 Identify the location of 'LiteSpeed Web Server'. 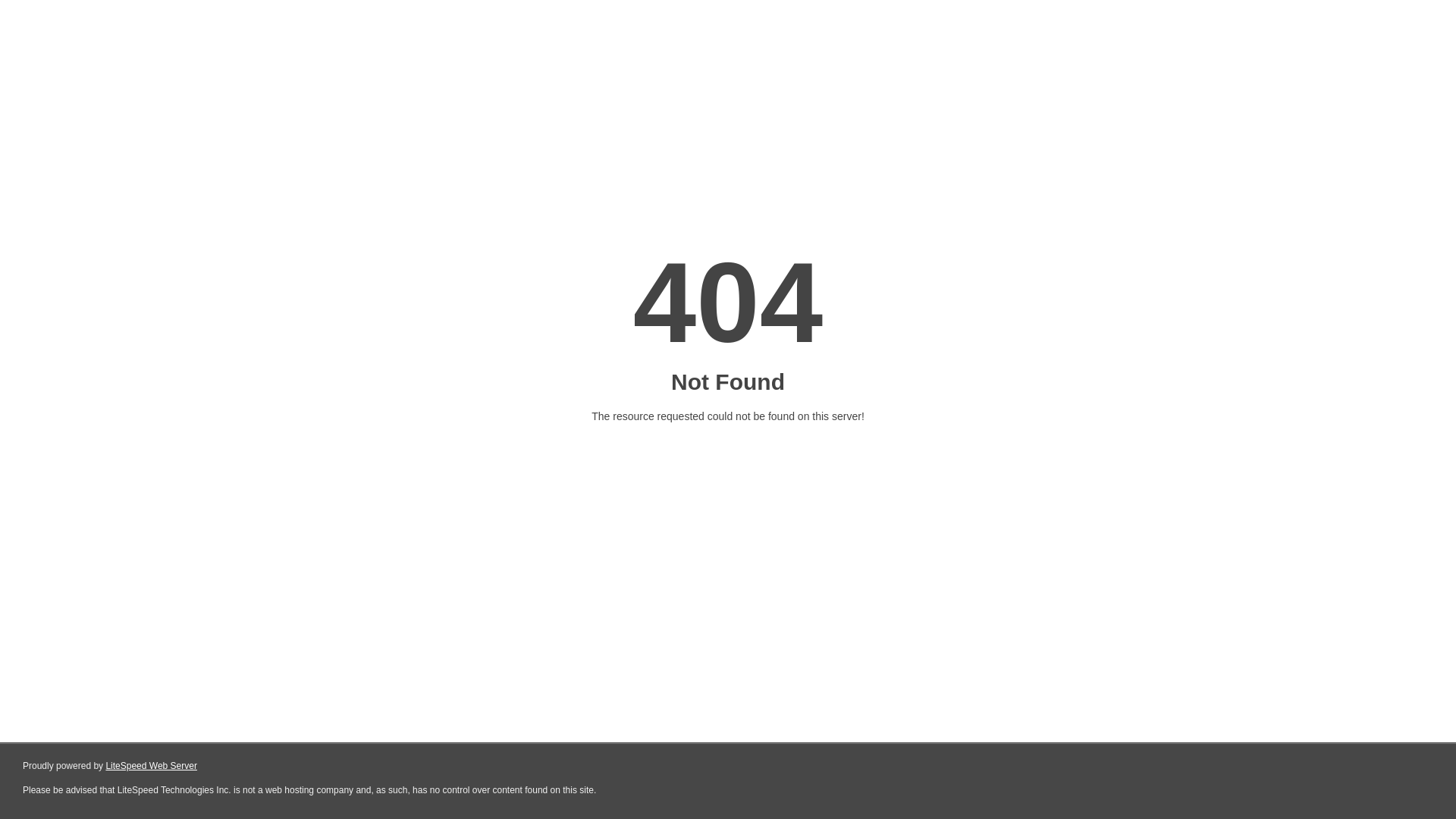
(151, 766).